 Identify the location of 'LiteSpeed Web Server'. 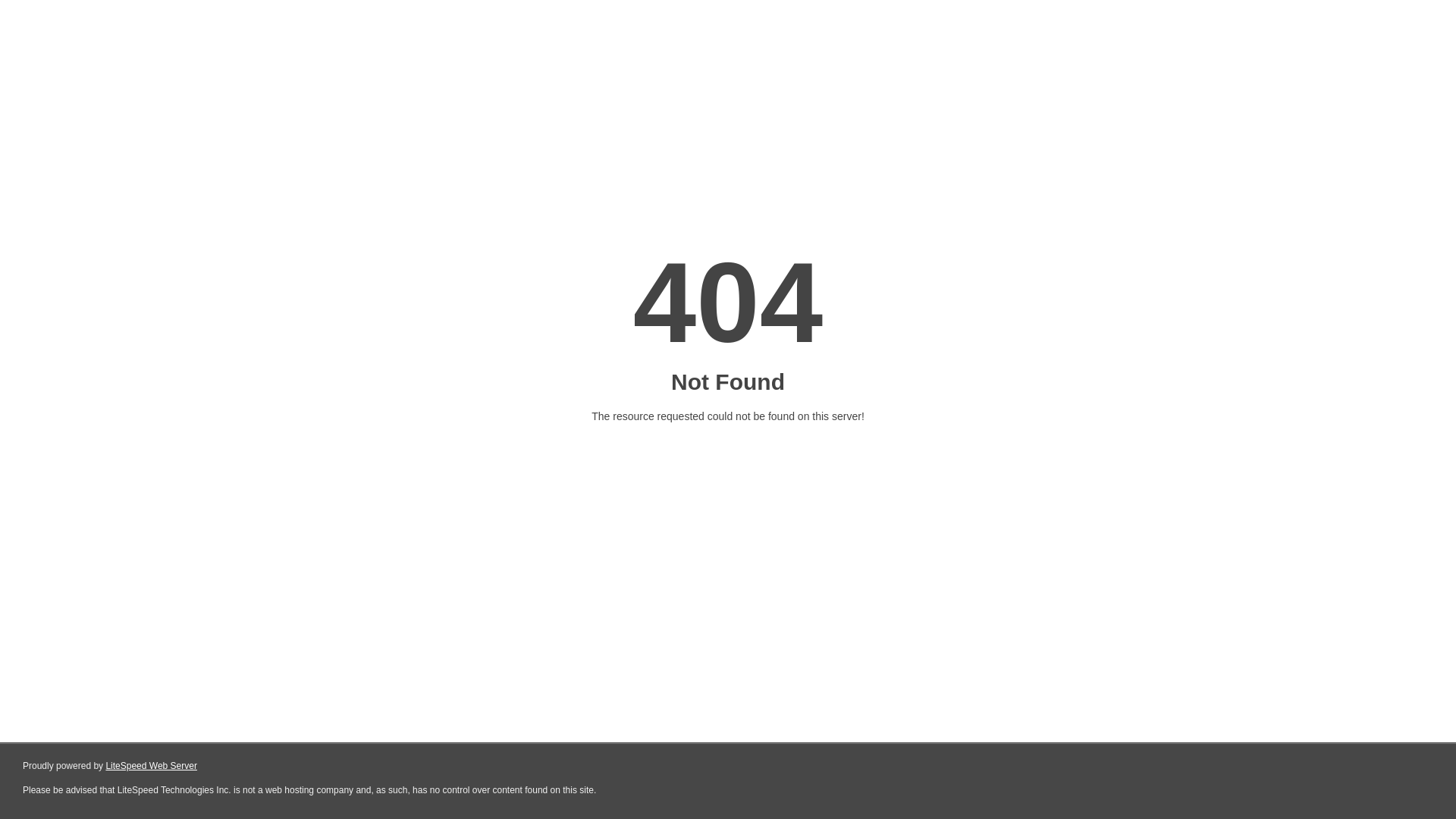
(151, 766).